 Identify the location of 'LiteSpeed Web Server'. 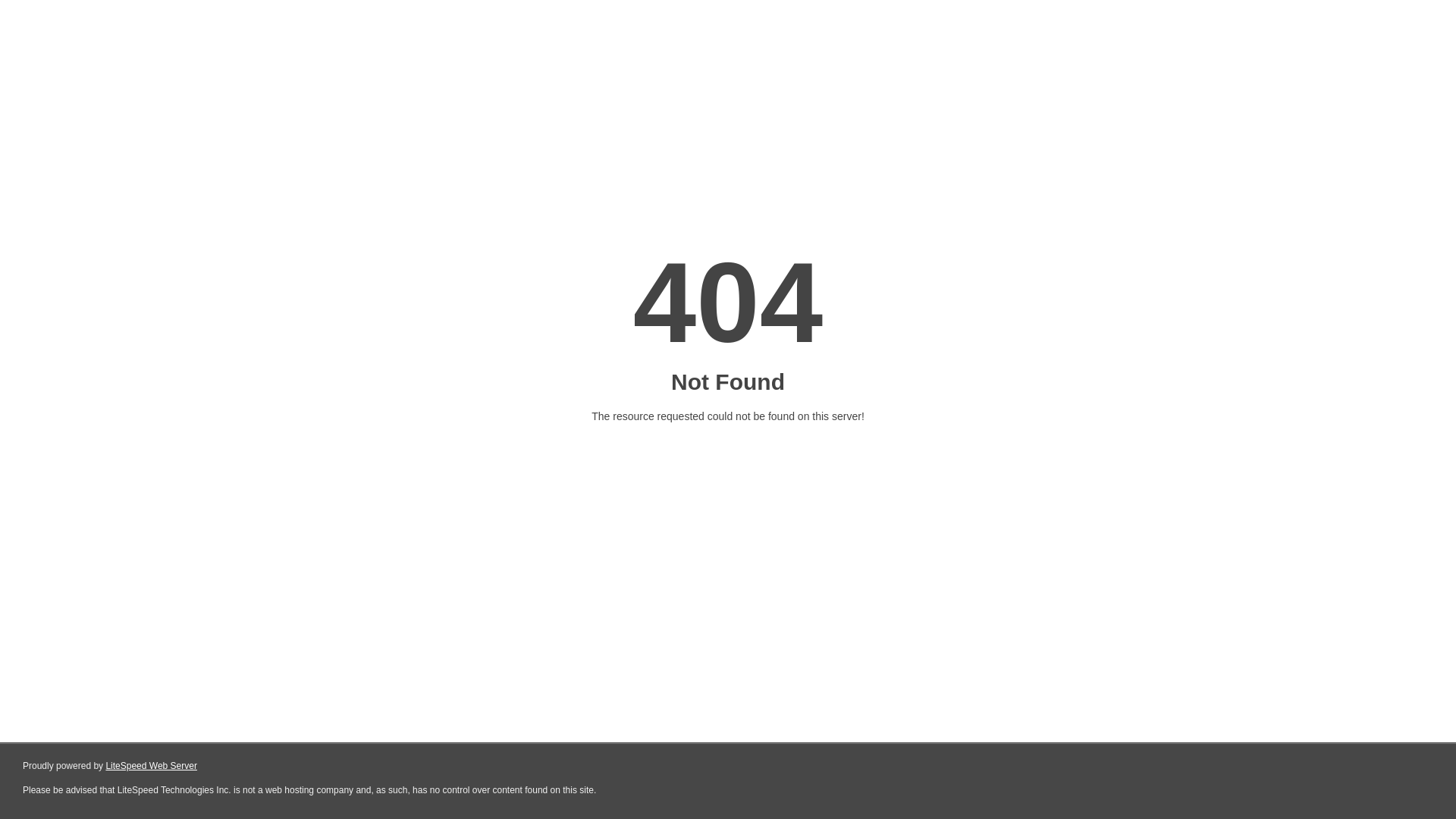
(151, 766).